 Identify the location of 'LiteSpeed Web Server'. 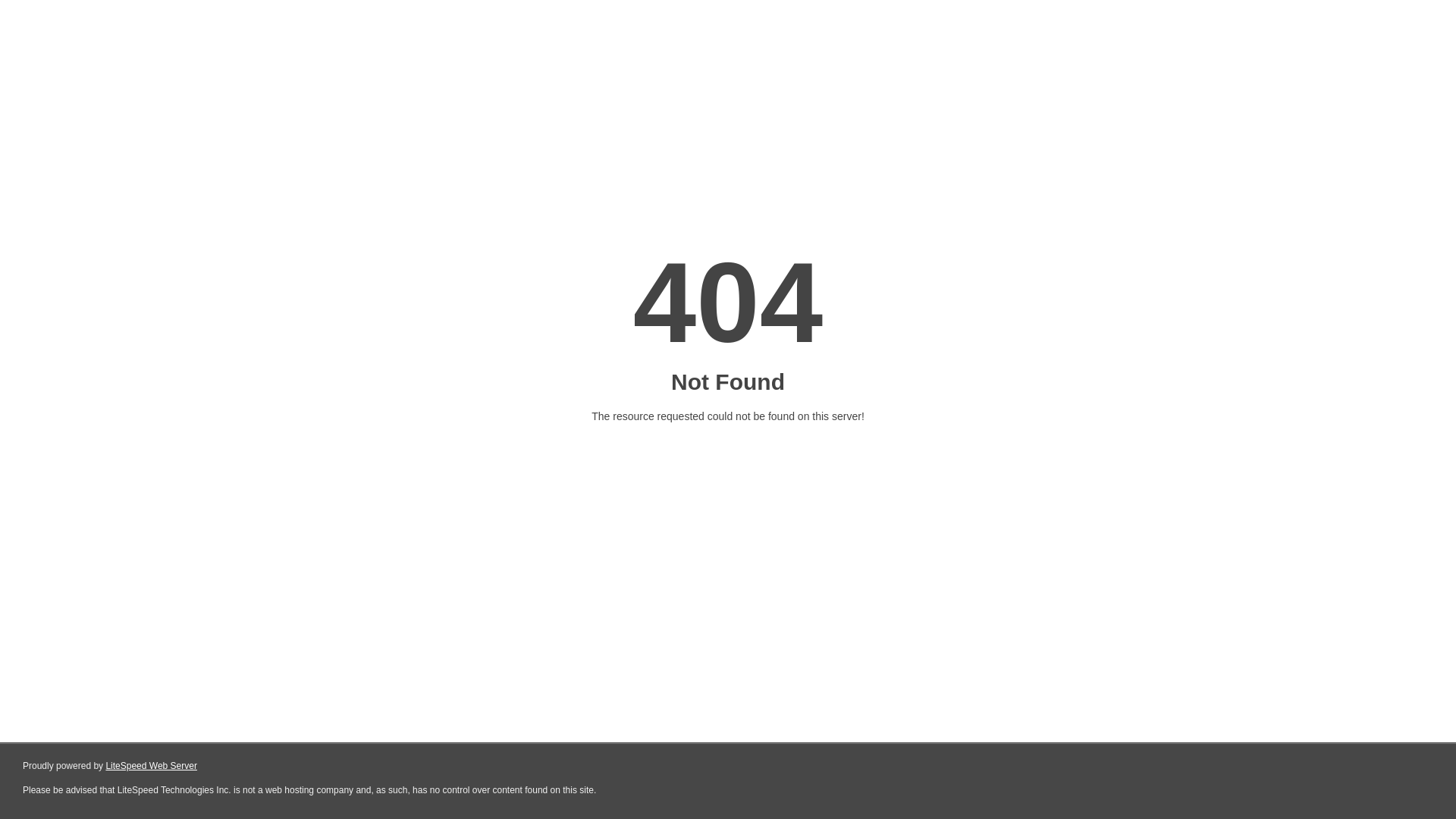
(151, 766).